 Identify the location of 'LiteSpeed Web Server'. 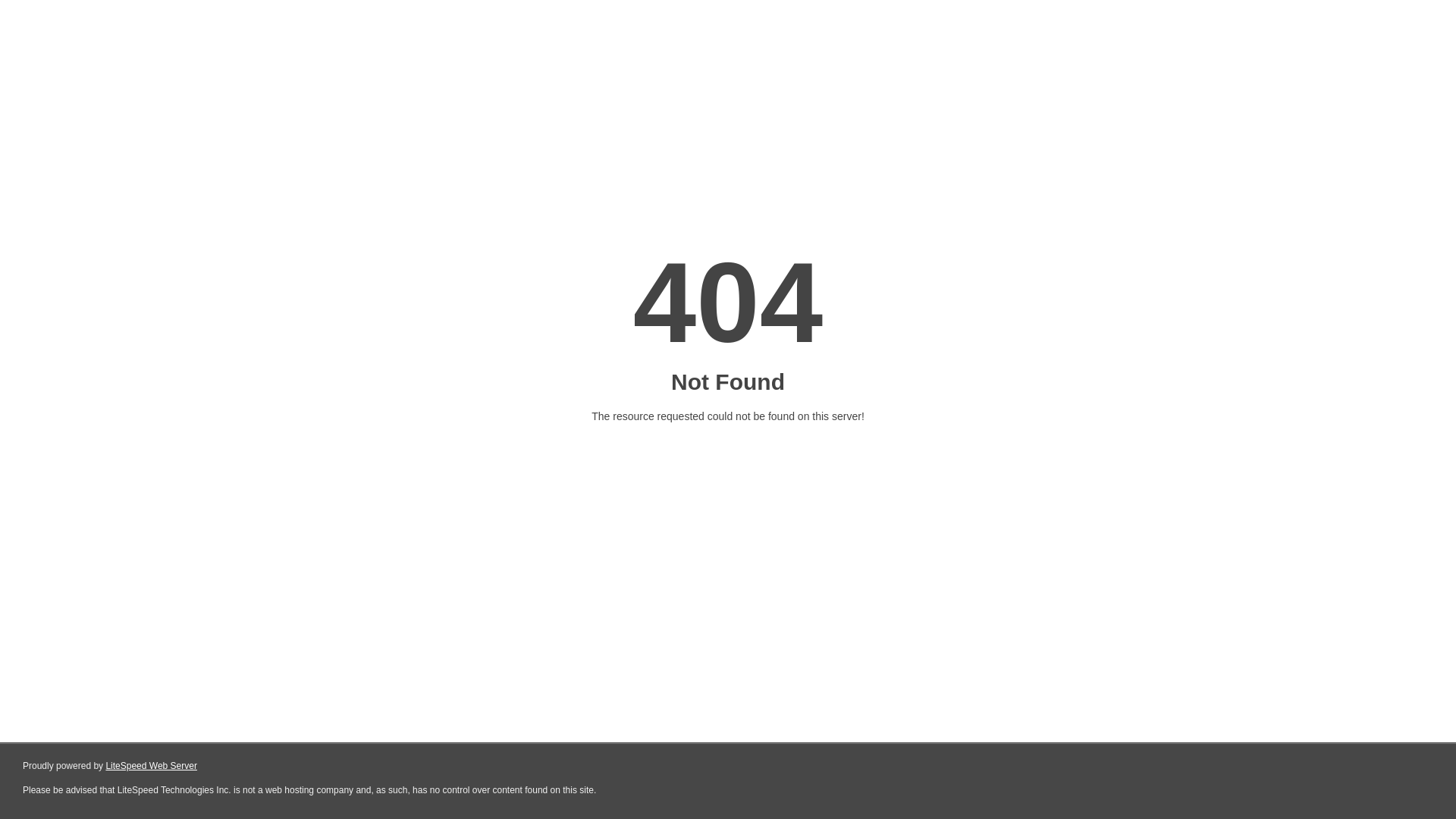
(151, 766).